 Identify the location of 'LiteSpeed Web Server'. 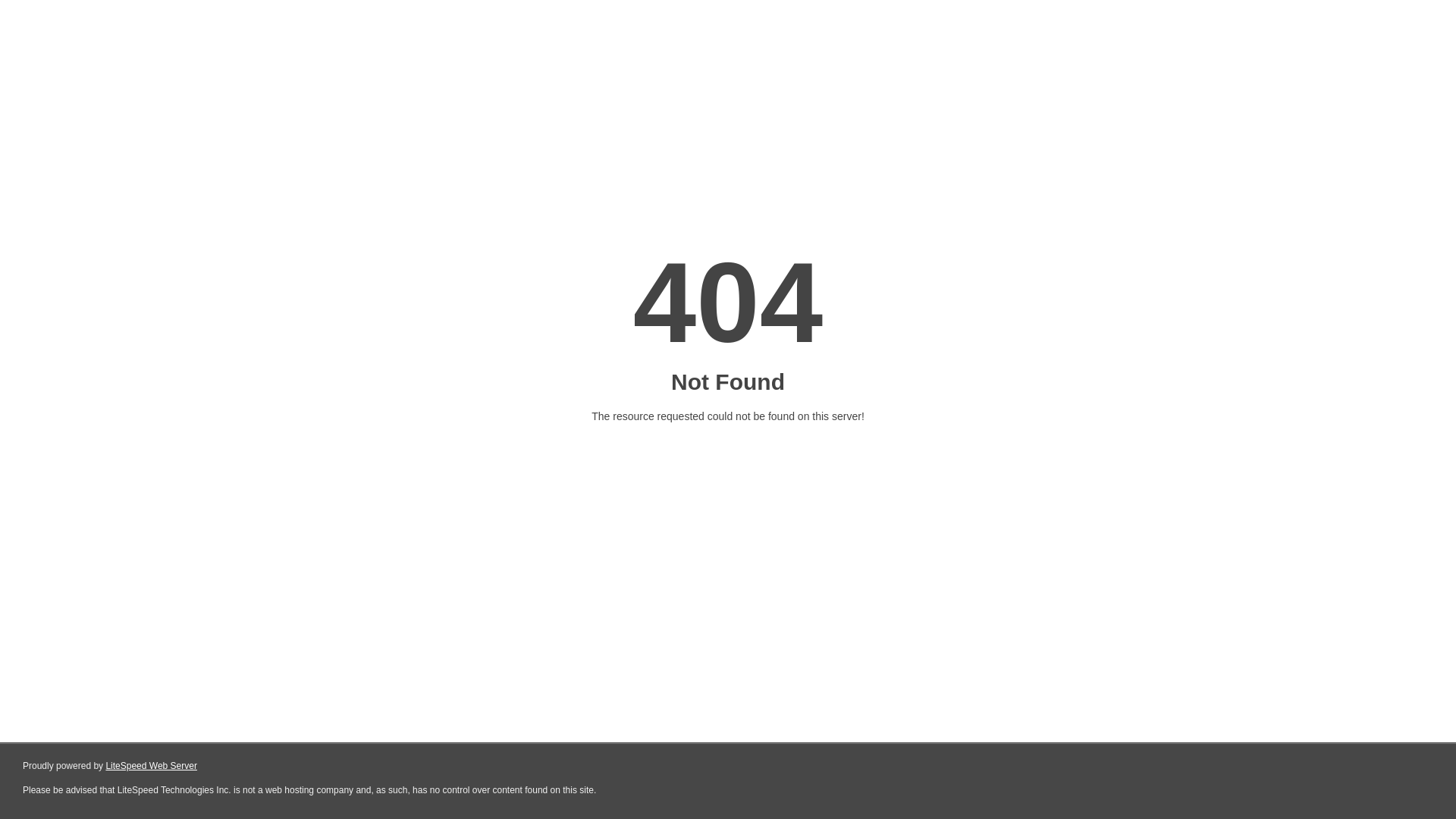
(151, 766).